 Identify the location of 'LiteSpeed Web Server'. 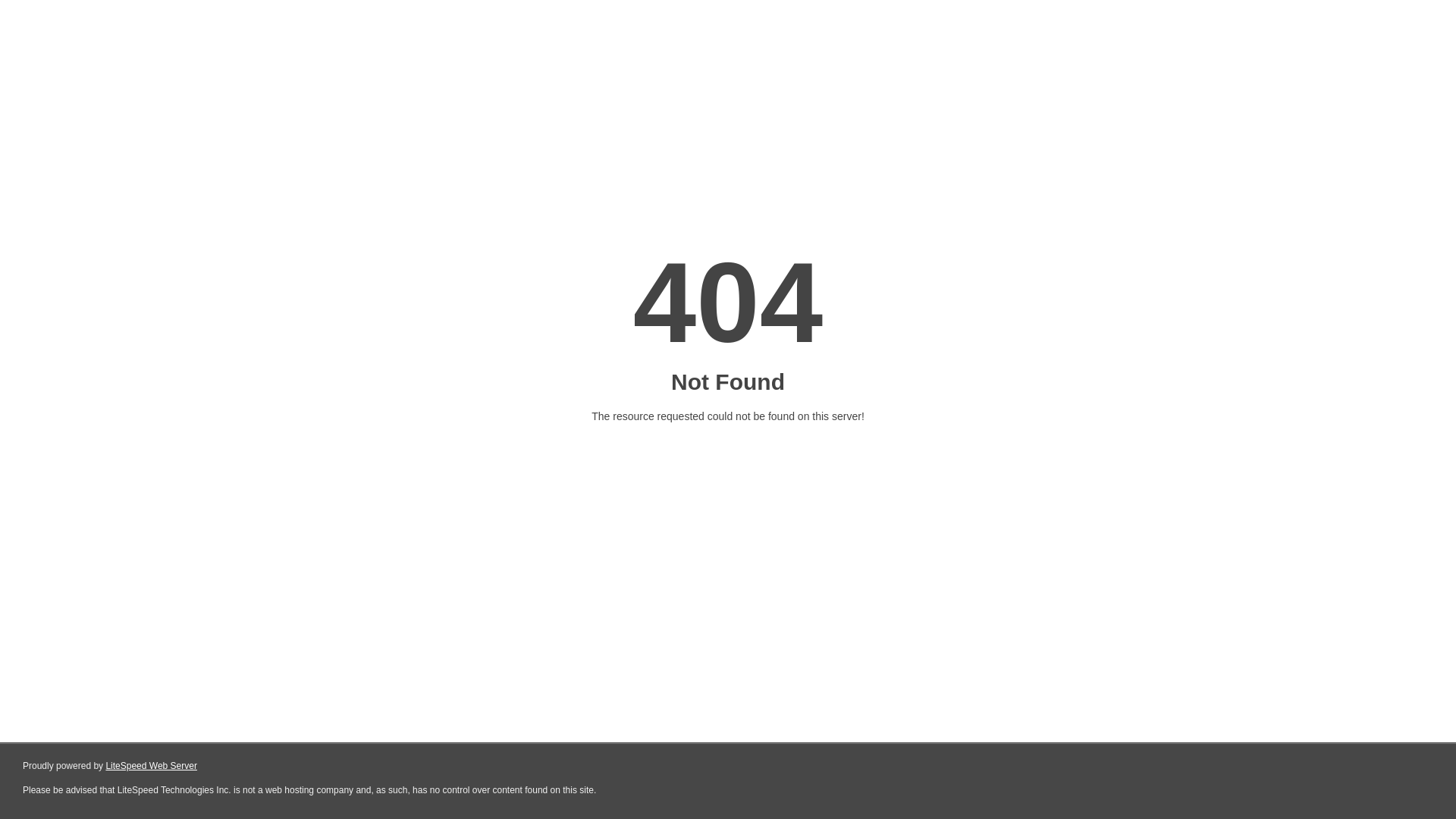
(151, 766).